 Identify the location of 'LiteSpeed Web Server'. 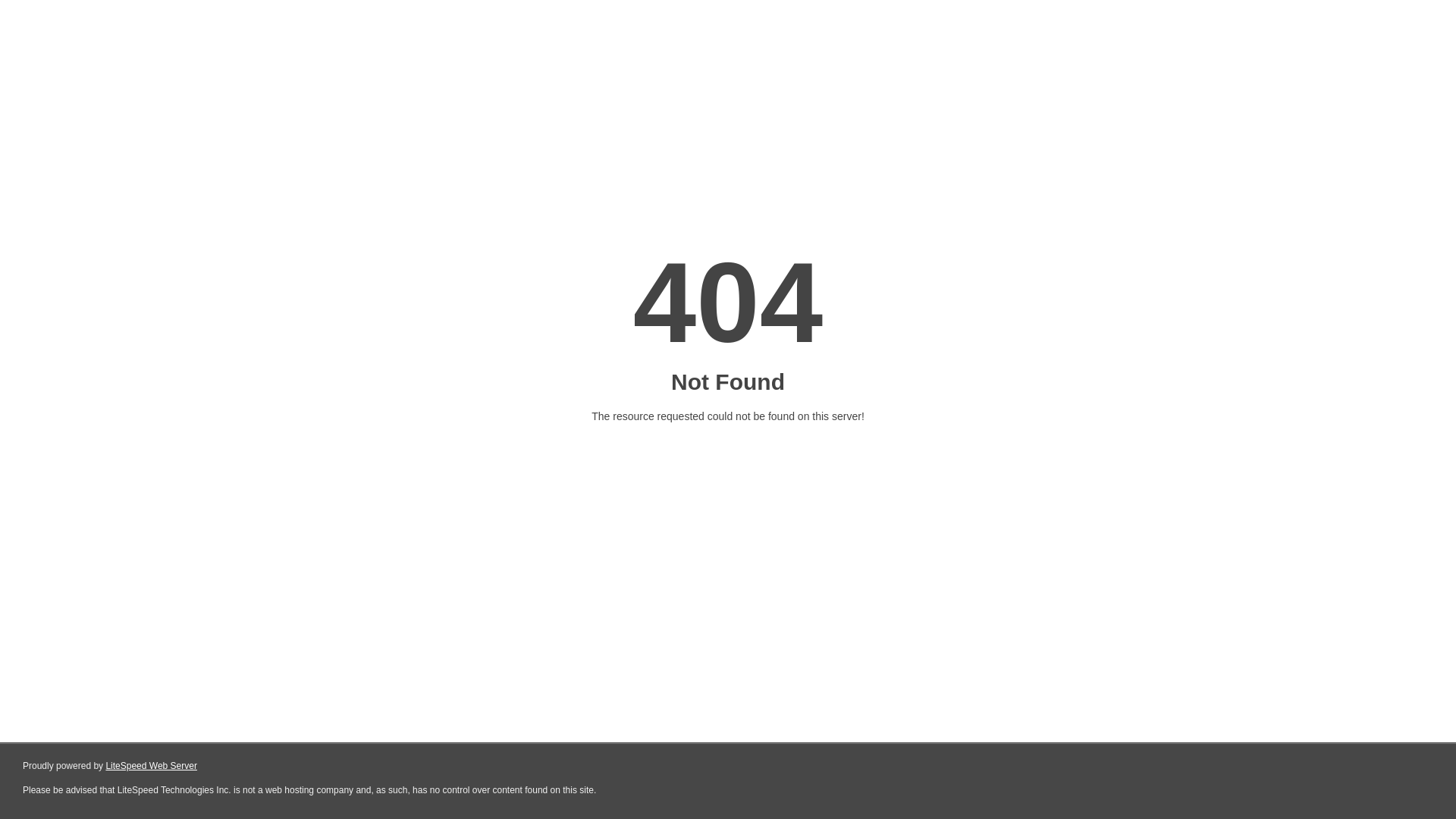
(151, 766).